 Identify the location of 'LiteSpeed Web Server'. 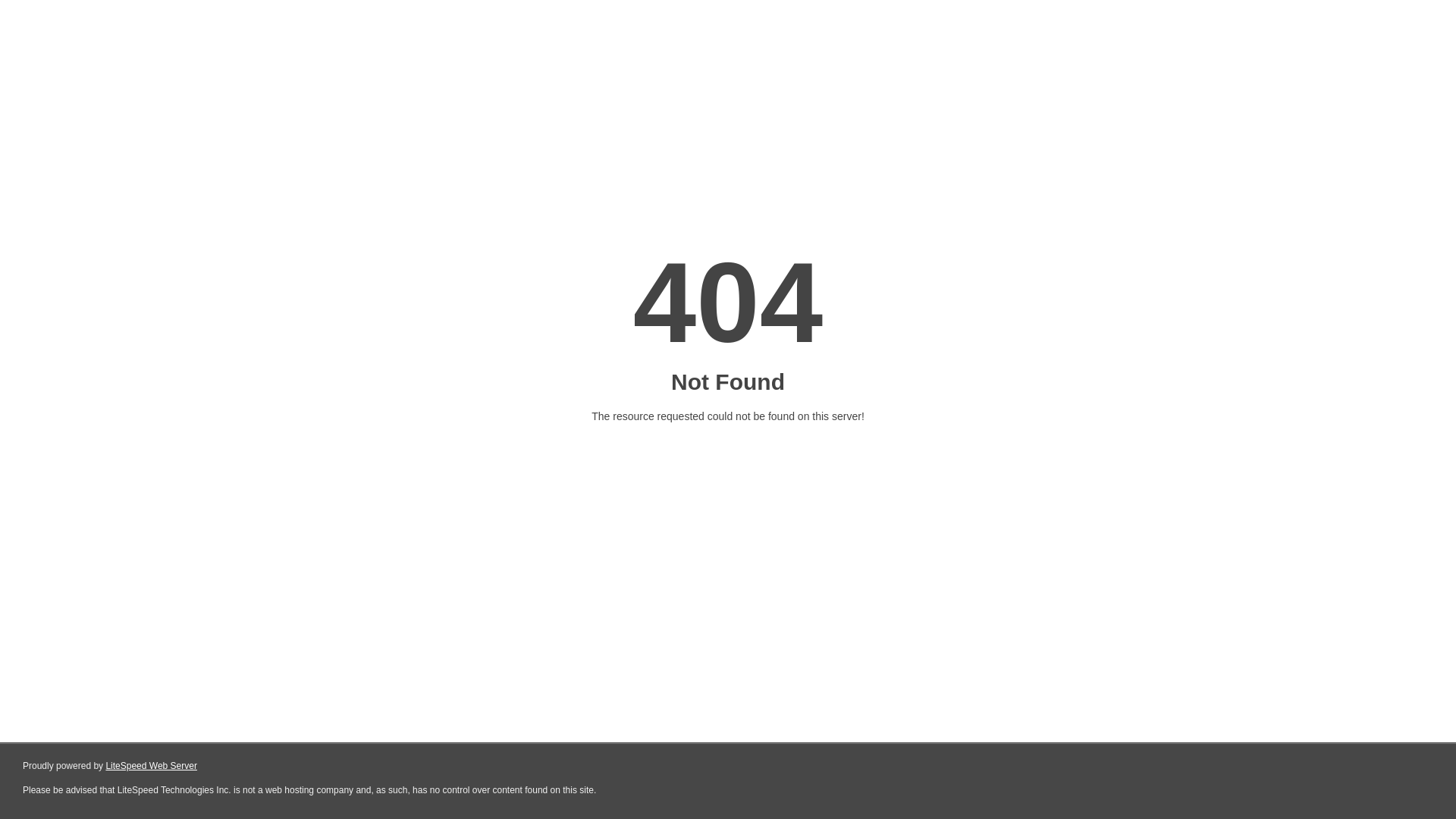
(151, 766).